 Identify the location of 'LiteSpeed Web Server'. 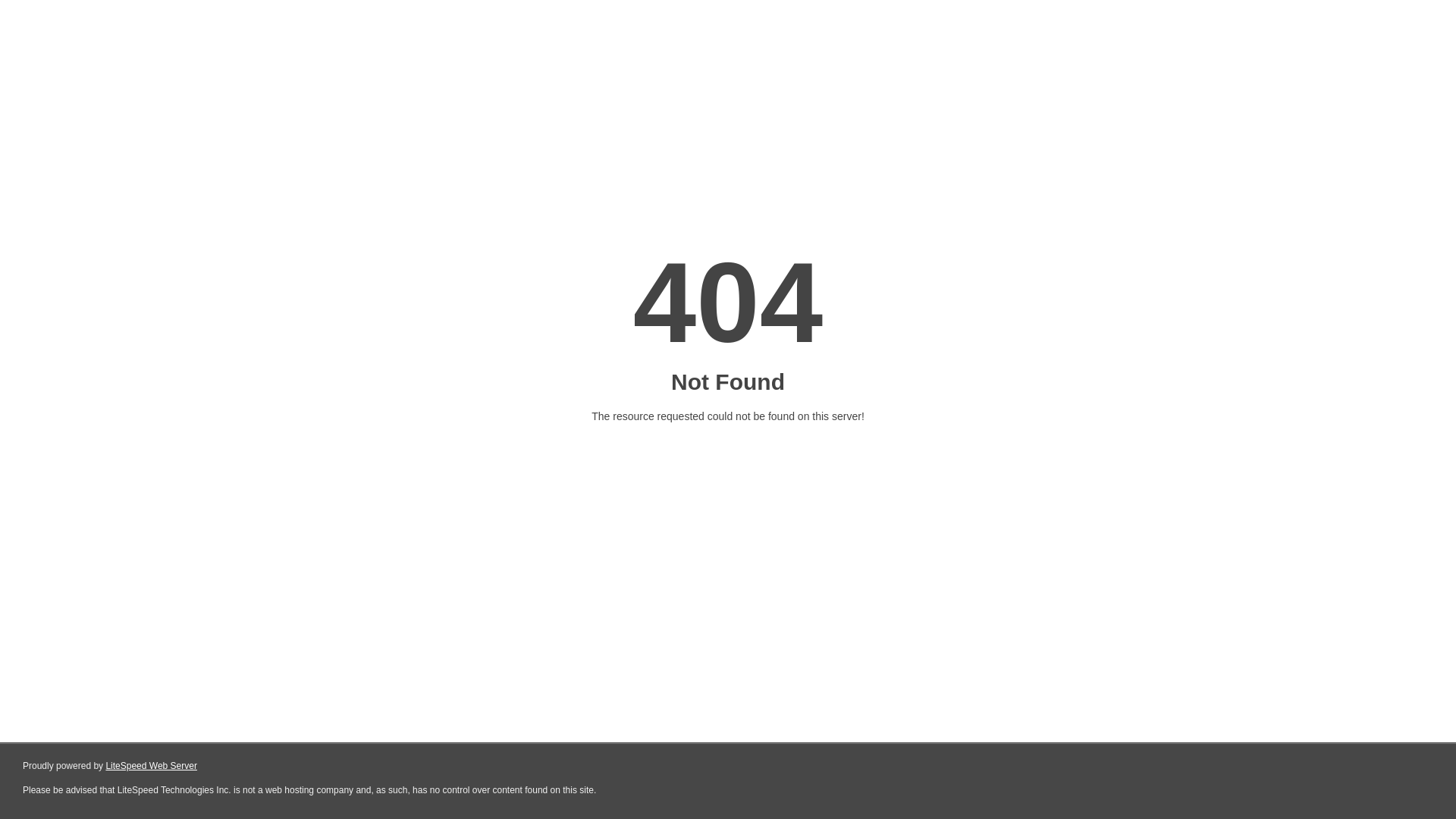
(151, 766).